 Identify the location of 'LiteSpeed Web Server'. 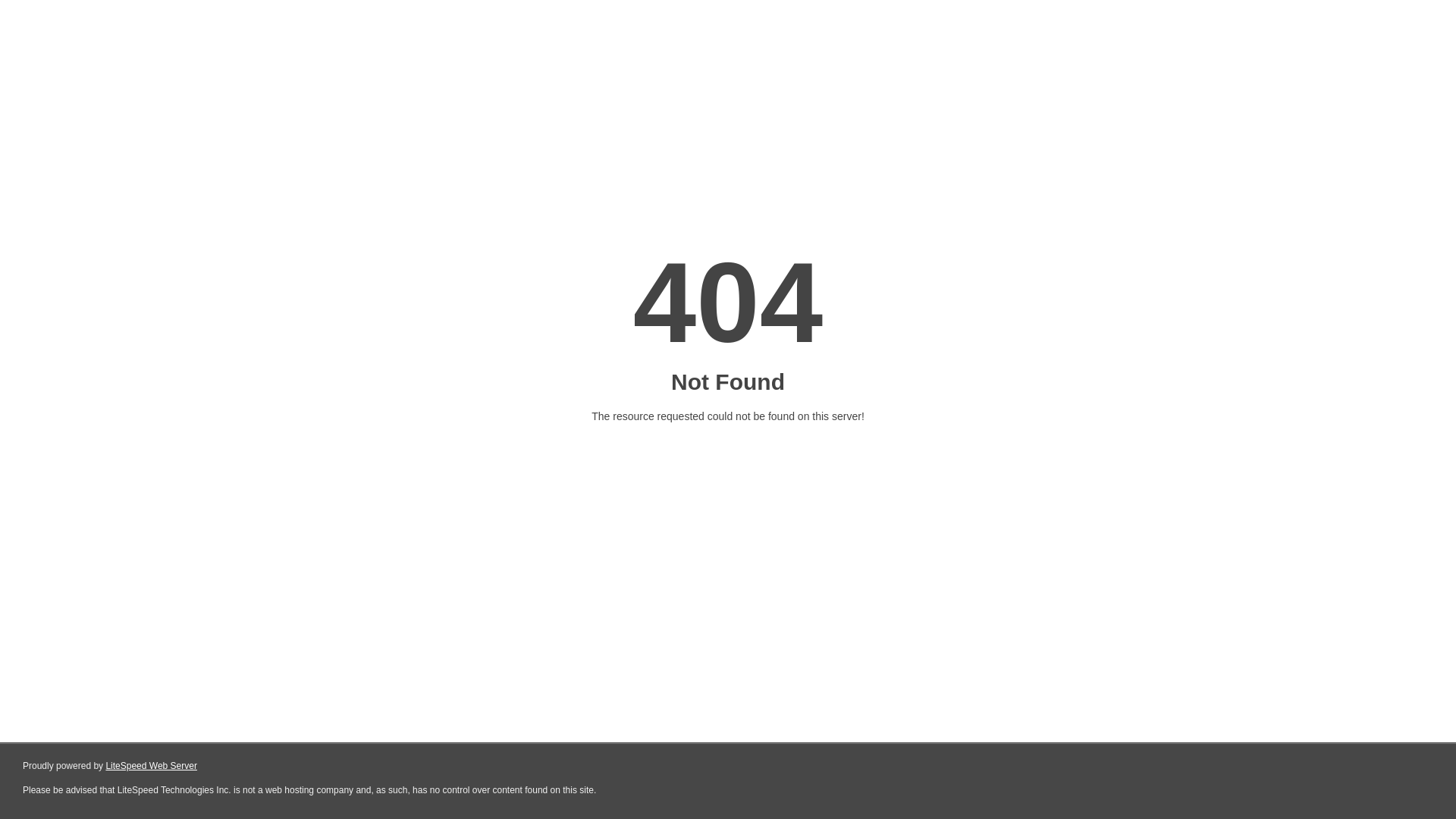
(151, 766).